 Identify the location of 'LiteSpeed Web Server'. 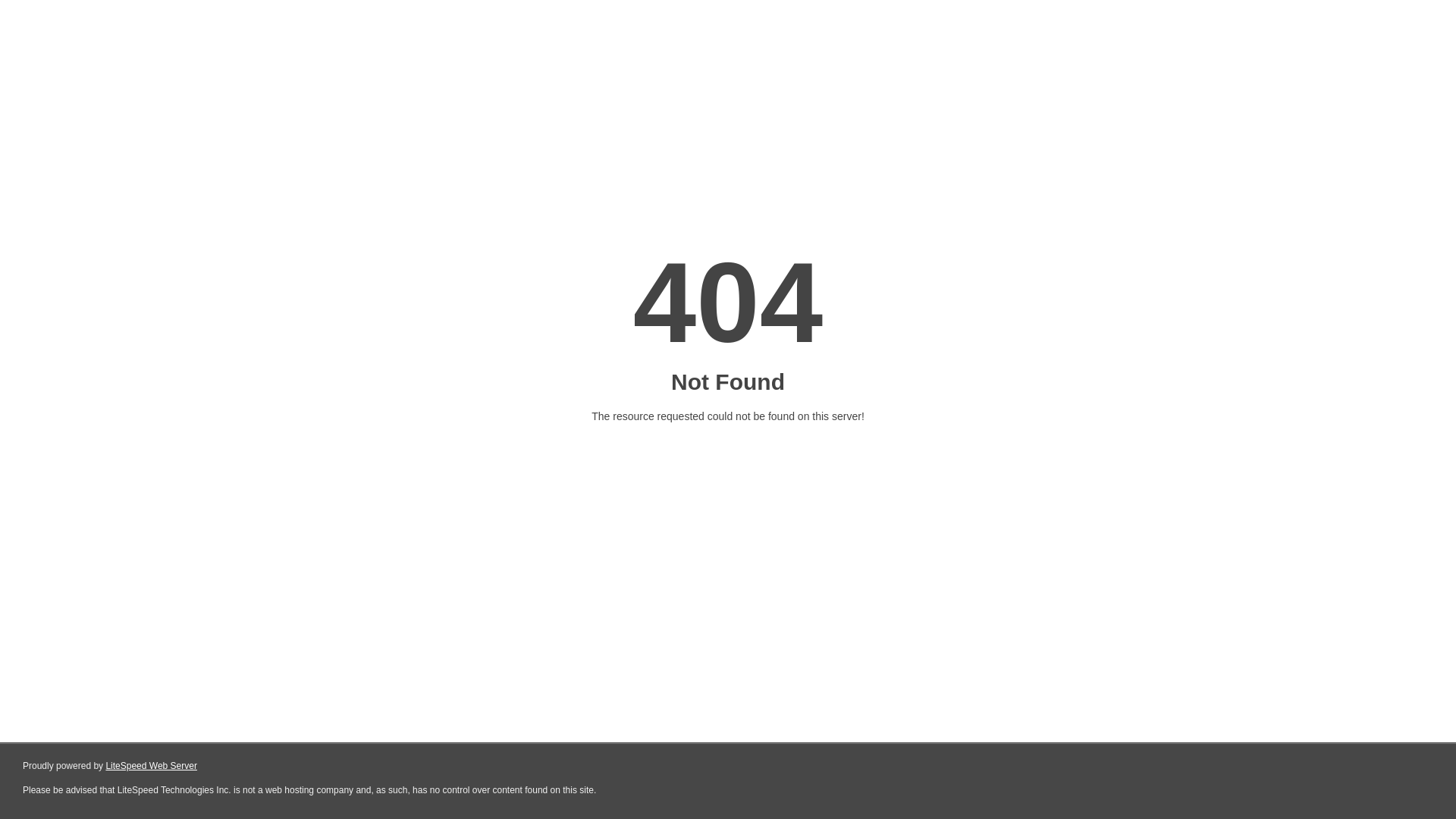
(151, 766).